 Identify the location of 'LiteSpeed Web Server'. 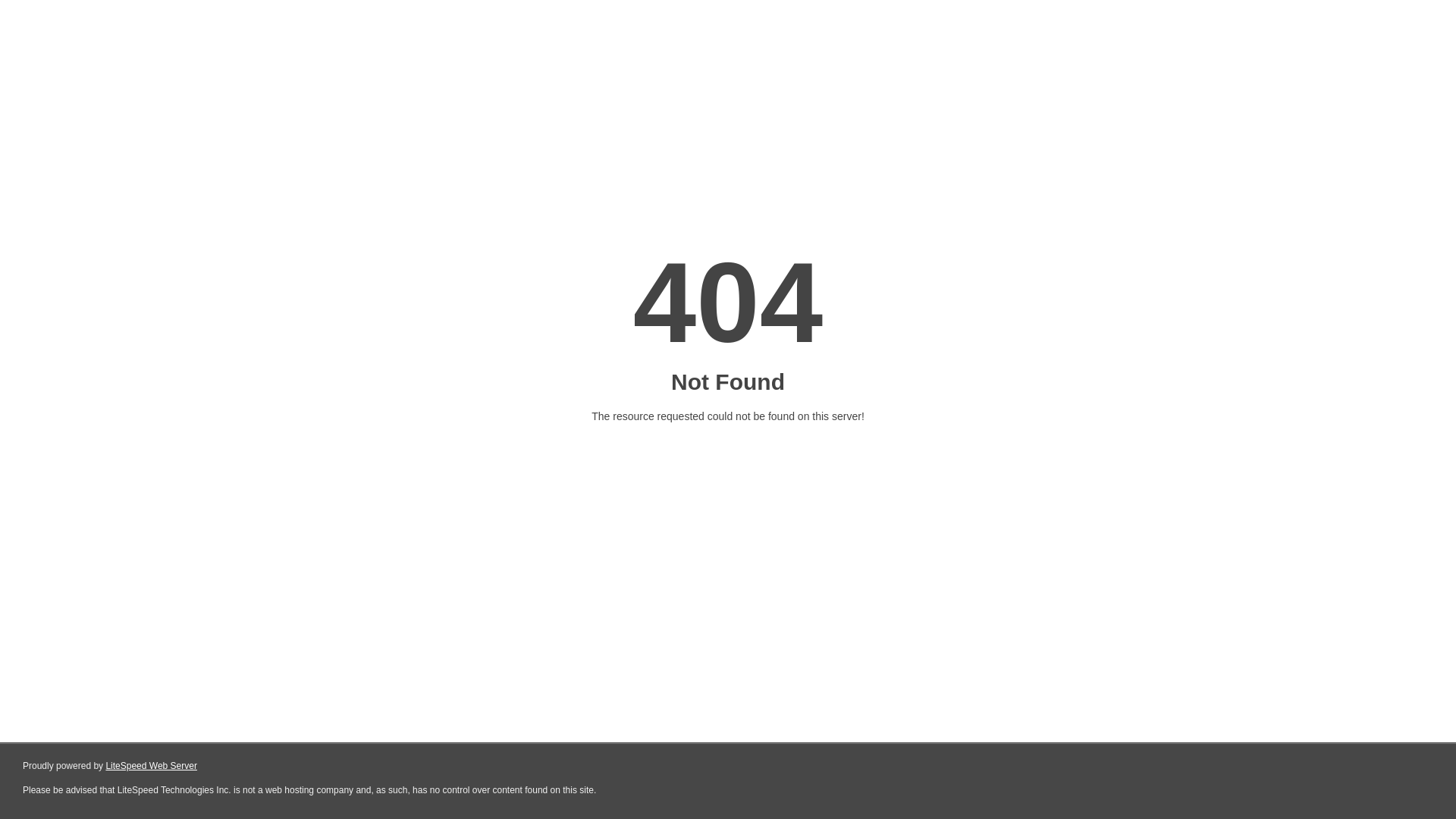
(151, 766).